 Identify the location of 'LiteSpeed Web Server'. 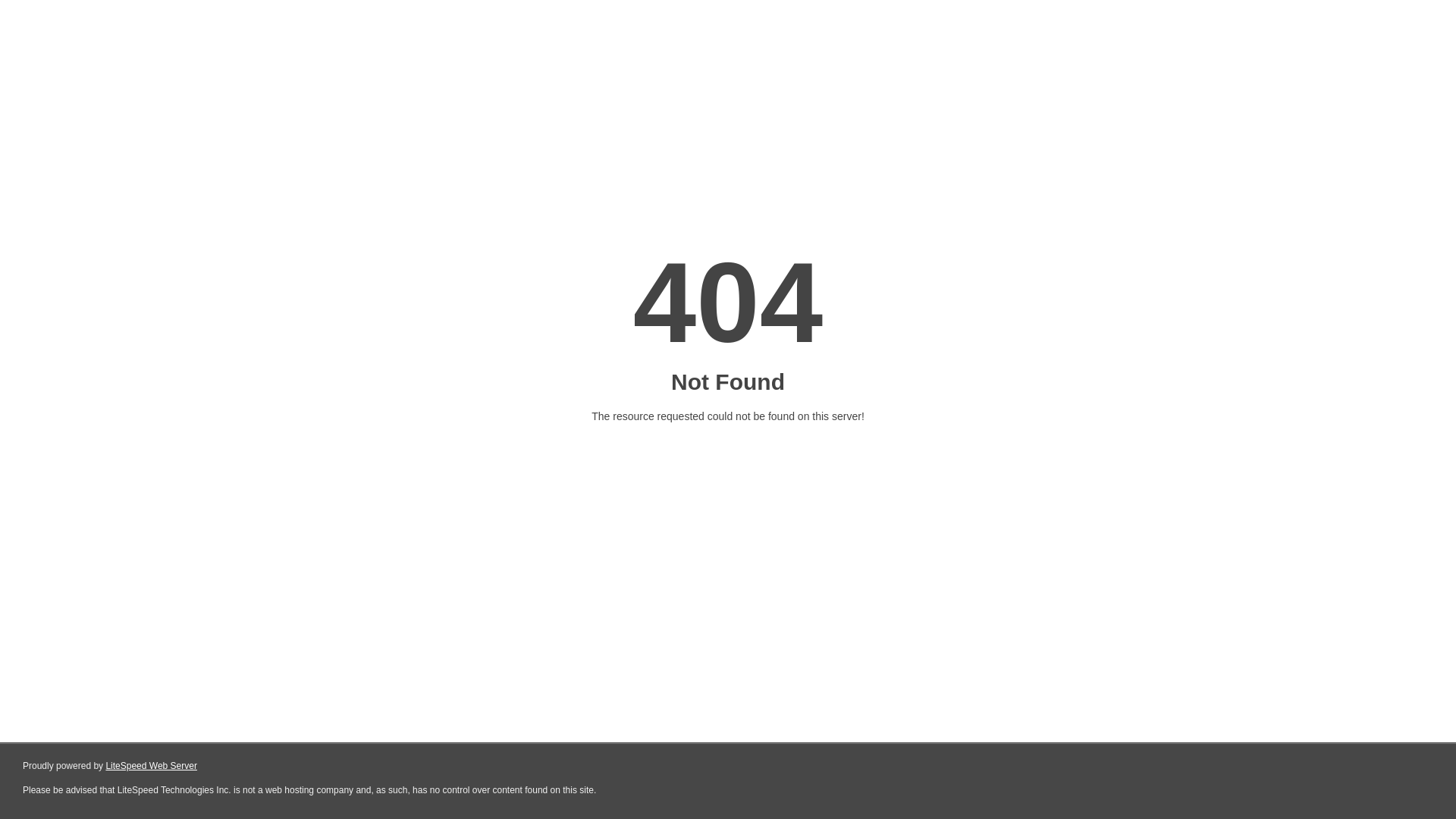
(151, 766).